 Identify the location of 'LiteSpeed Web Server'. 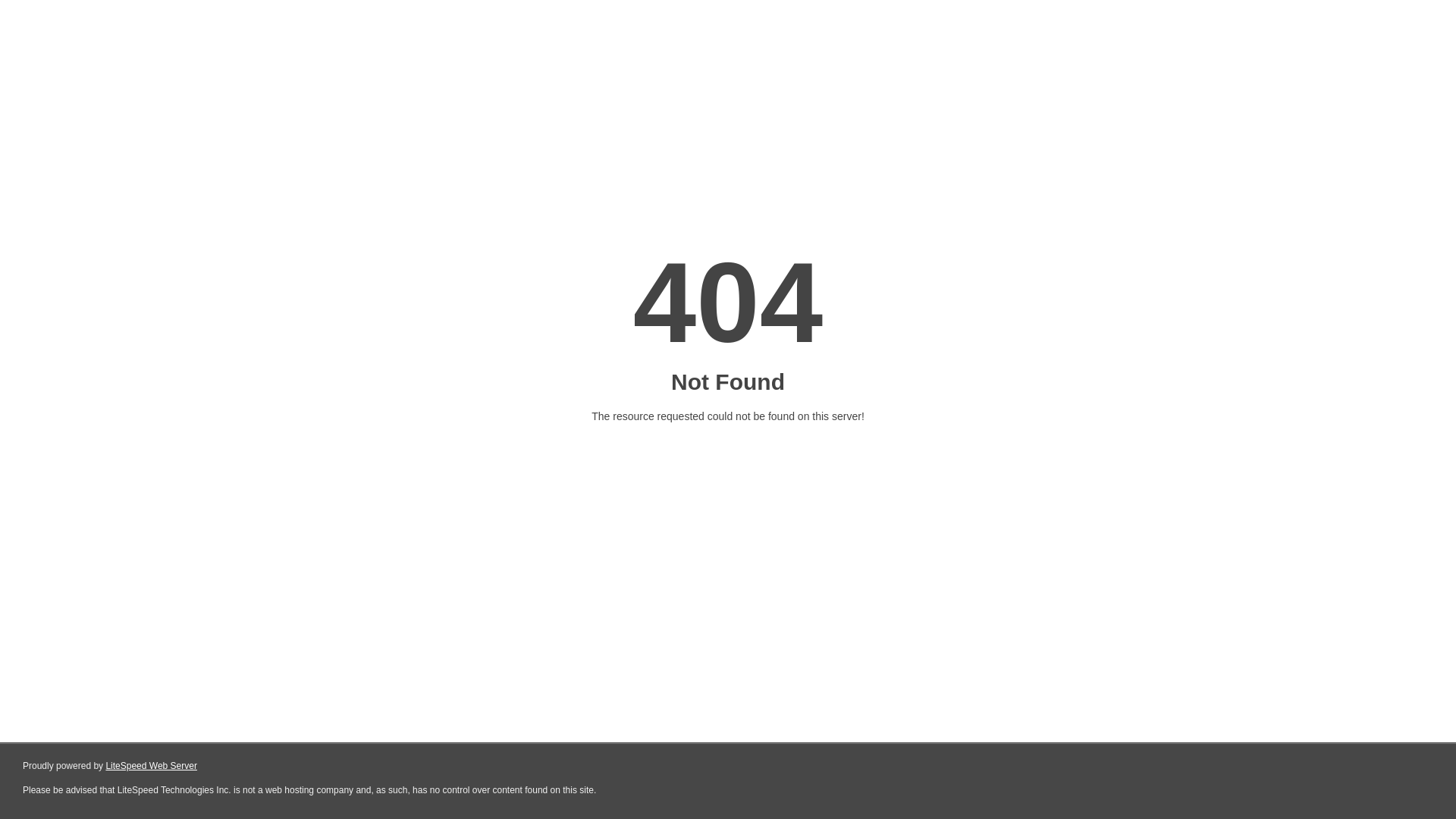
(151, 766).